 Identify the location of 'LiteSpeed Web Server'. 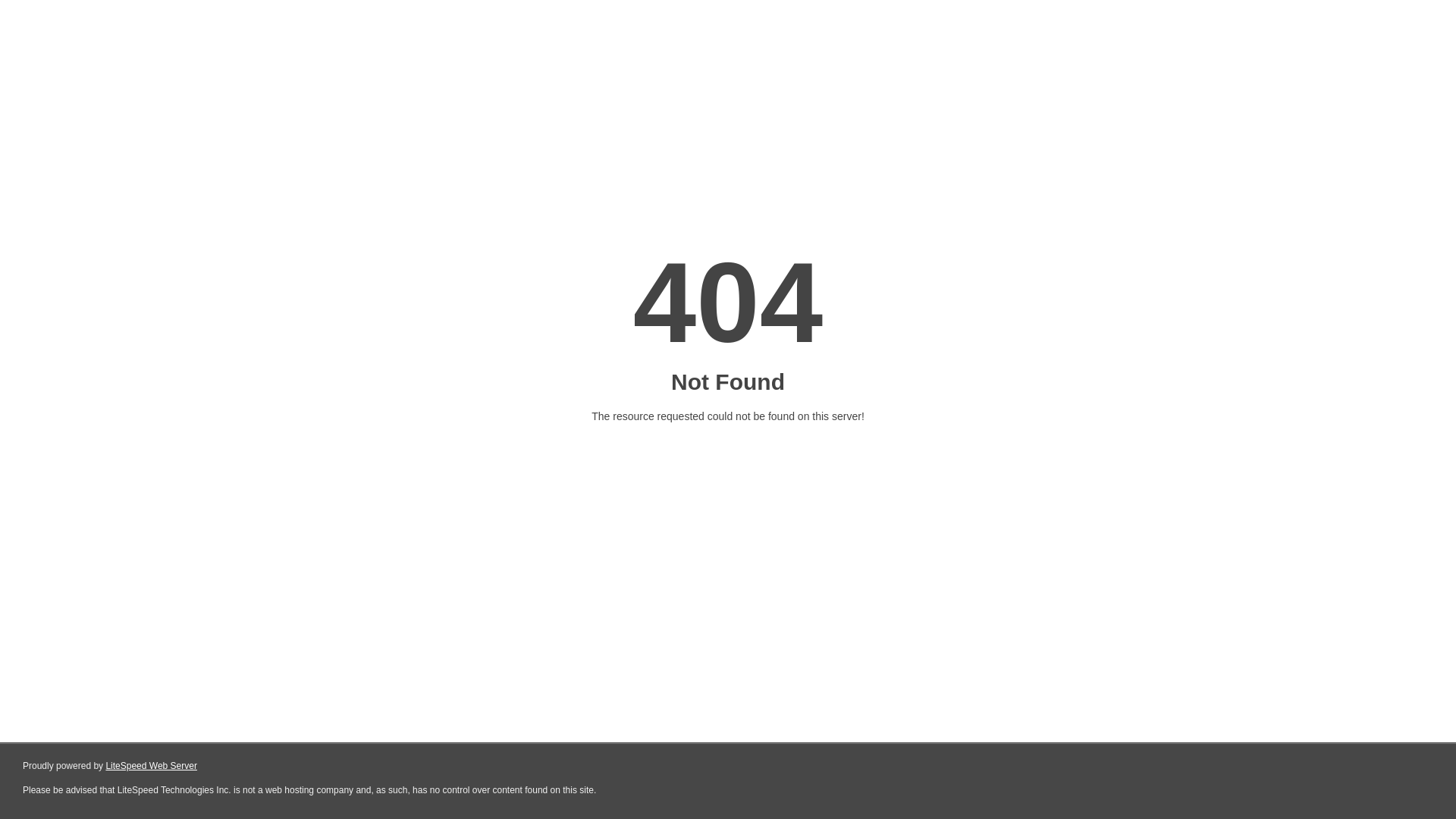
(151, 766).